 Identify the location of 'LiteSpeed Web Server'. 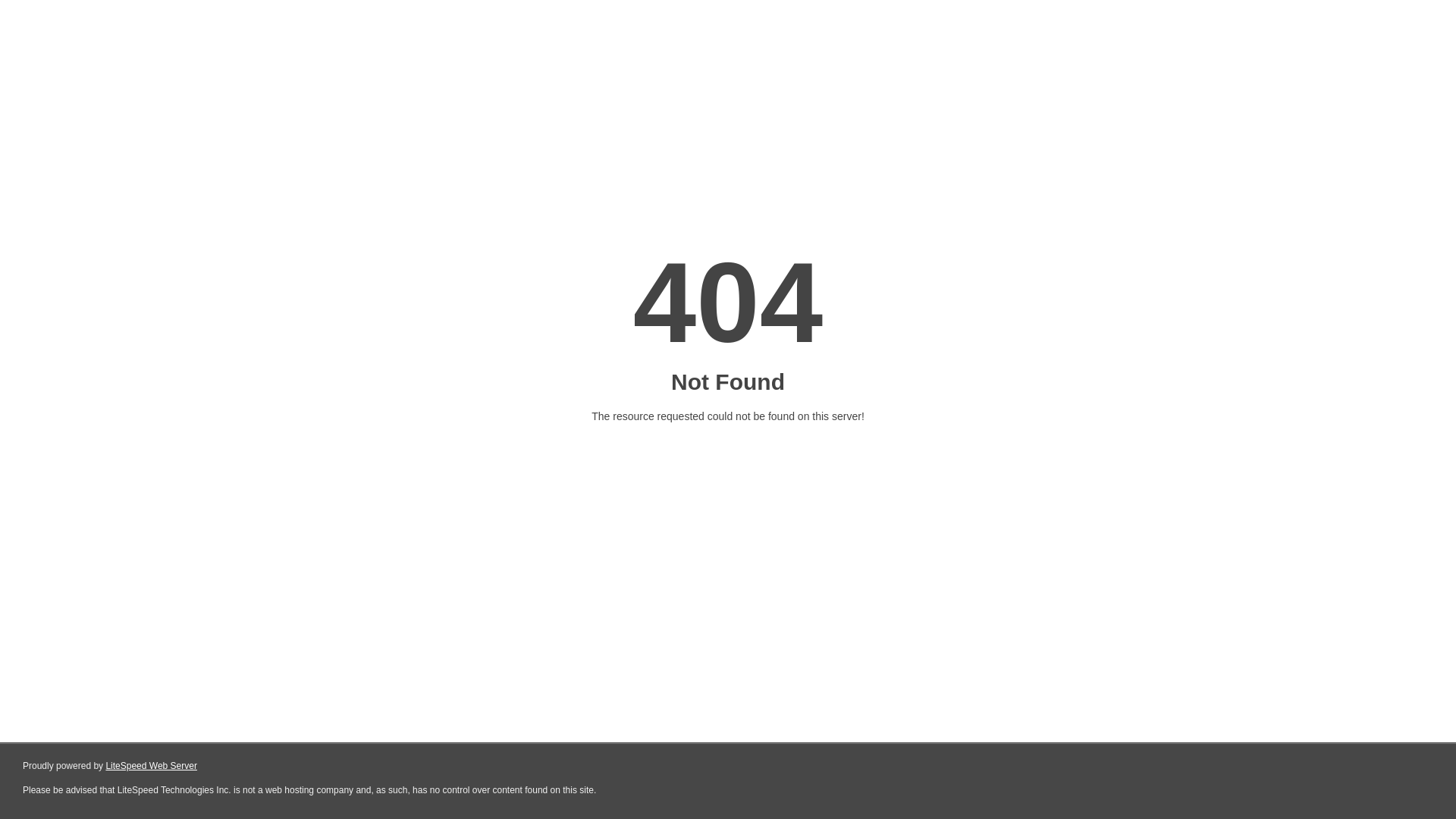
(151, 766).